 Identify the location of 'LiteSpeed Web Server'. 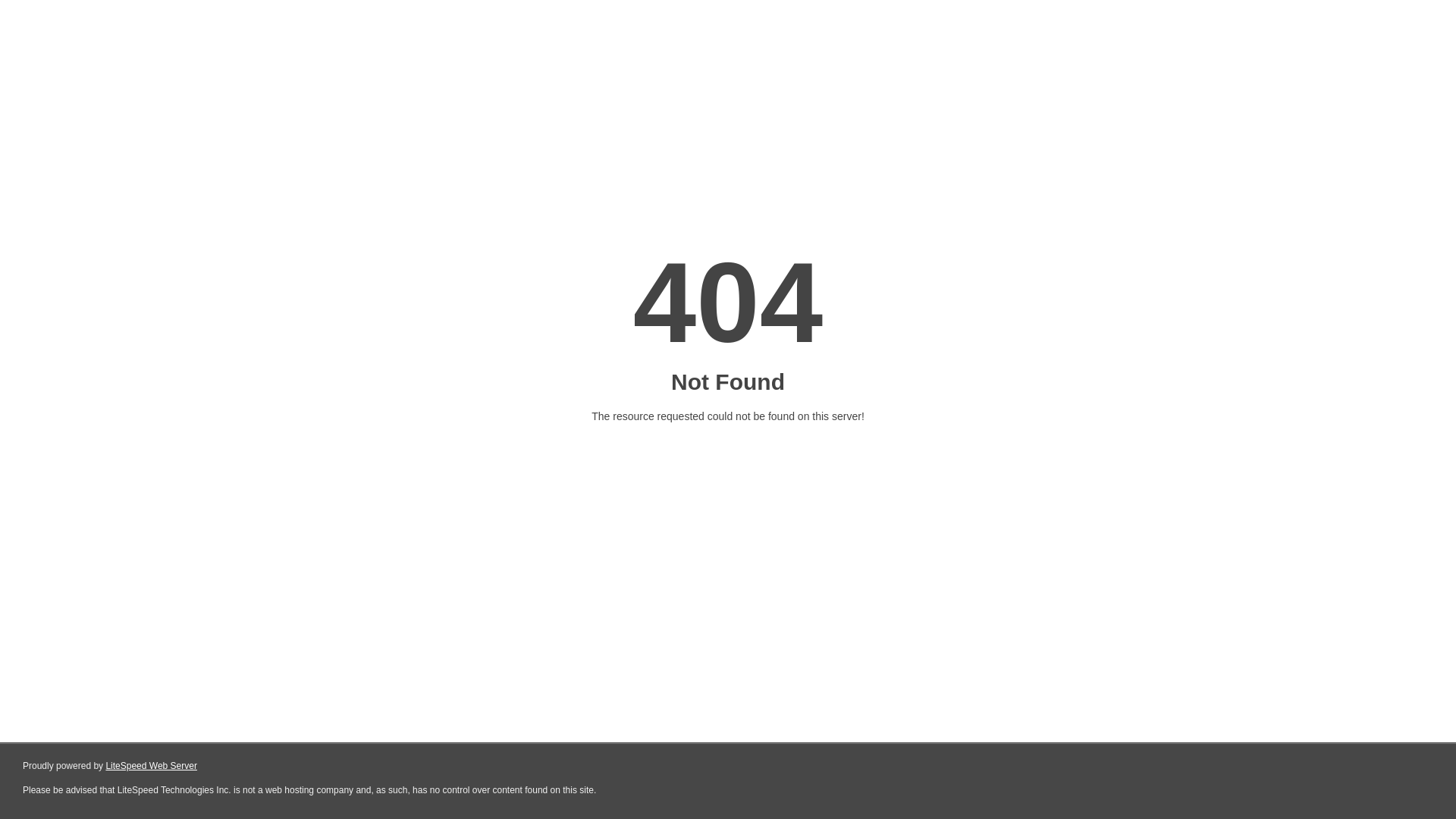
(151, 766).